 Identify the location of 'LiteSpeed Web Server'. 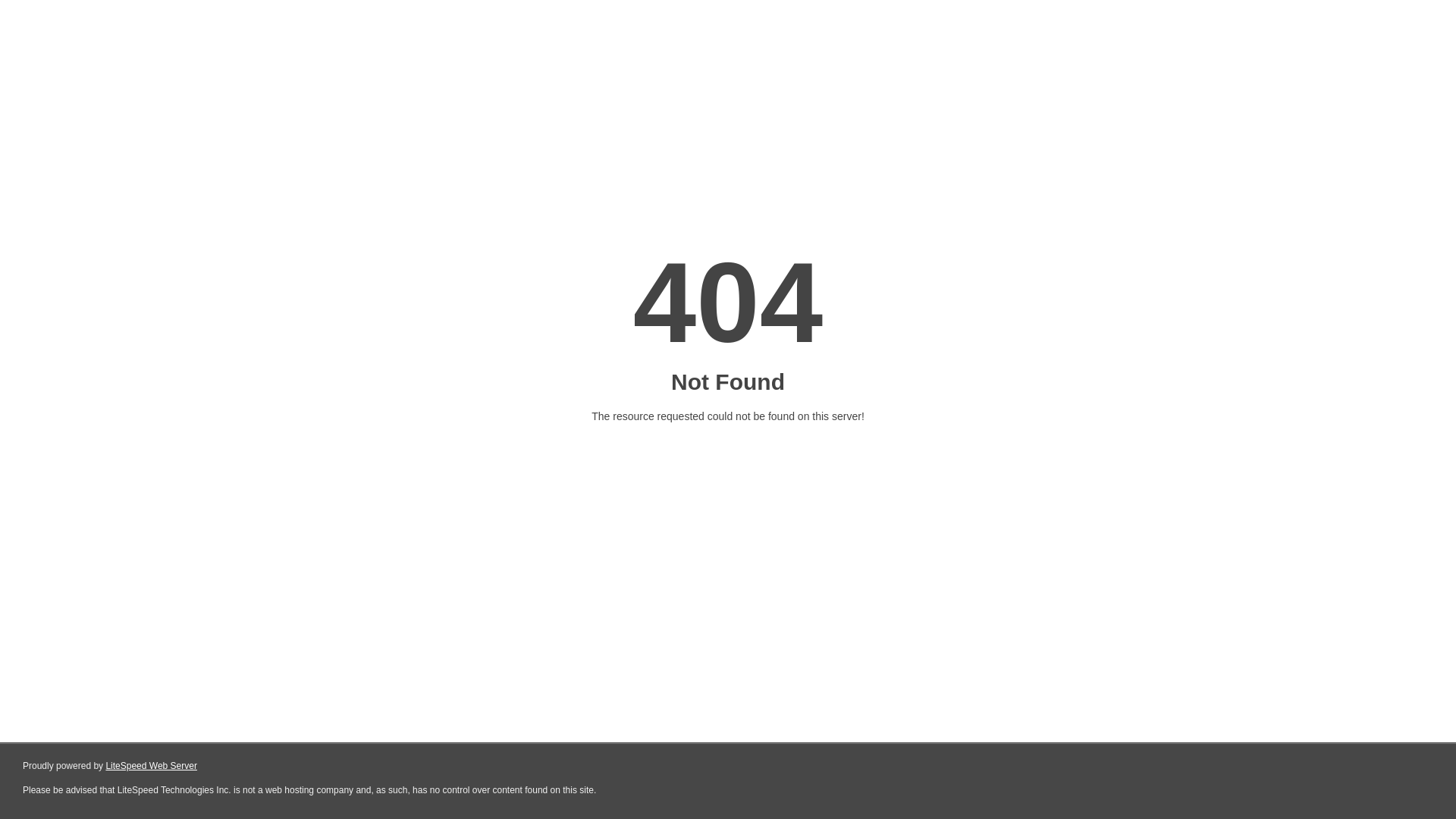
(151, 766).